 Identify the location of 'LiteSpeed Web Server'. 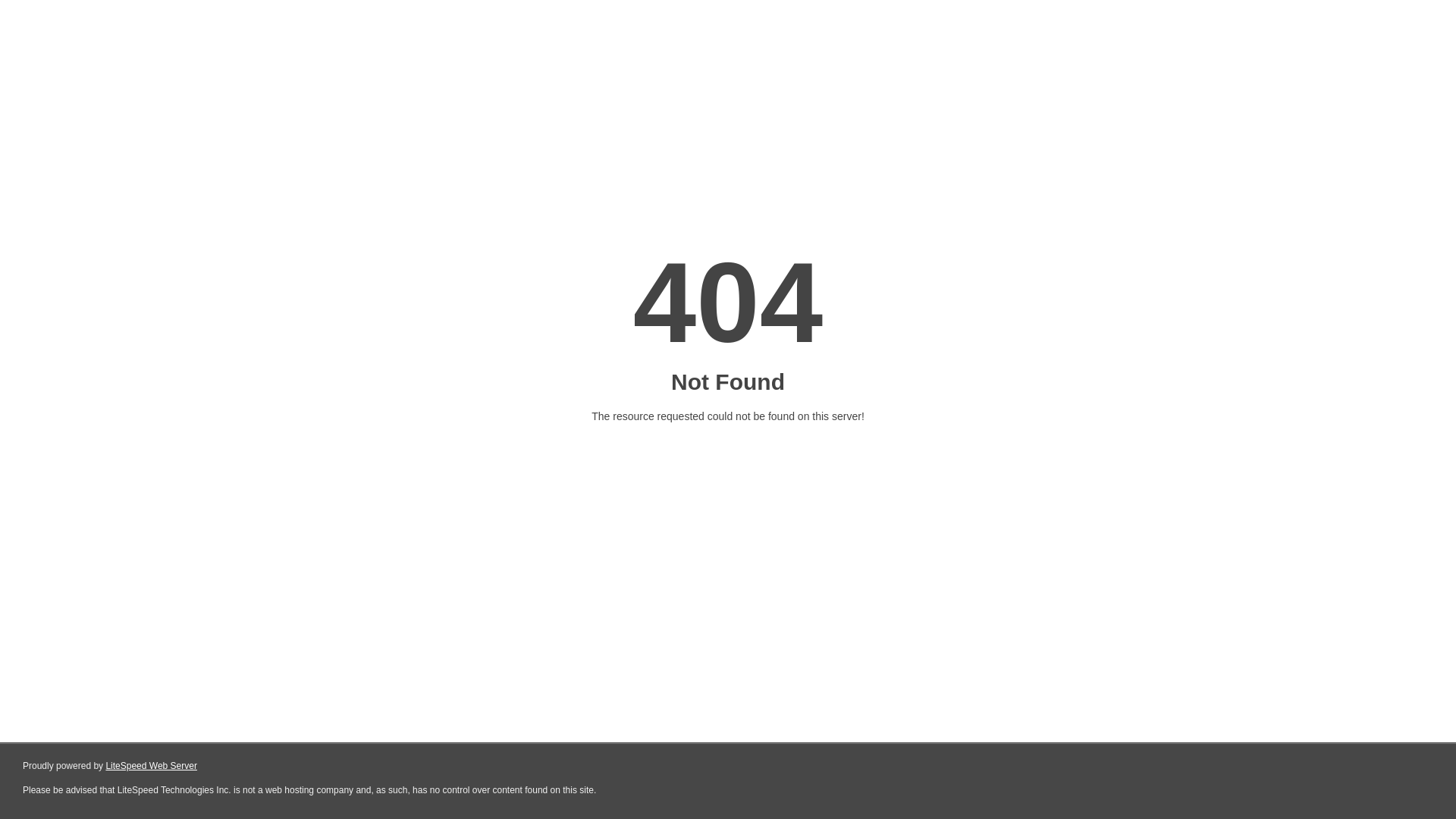
(151, 766).